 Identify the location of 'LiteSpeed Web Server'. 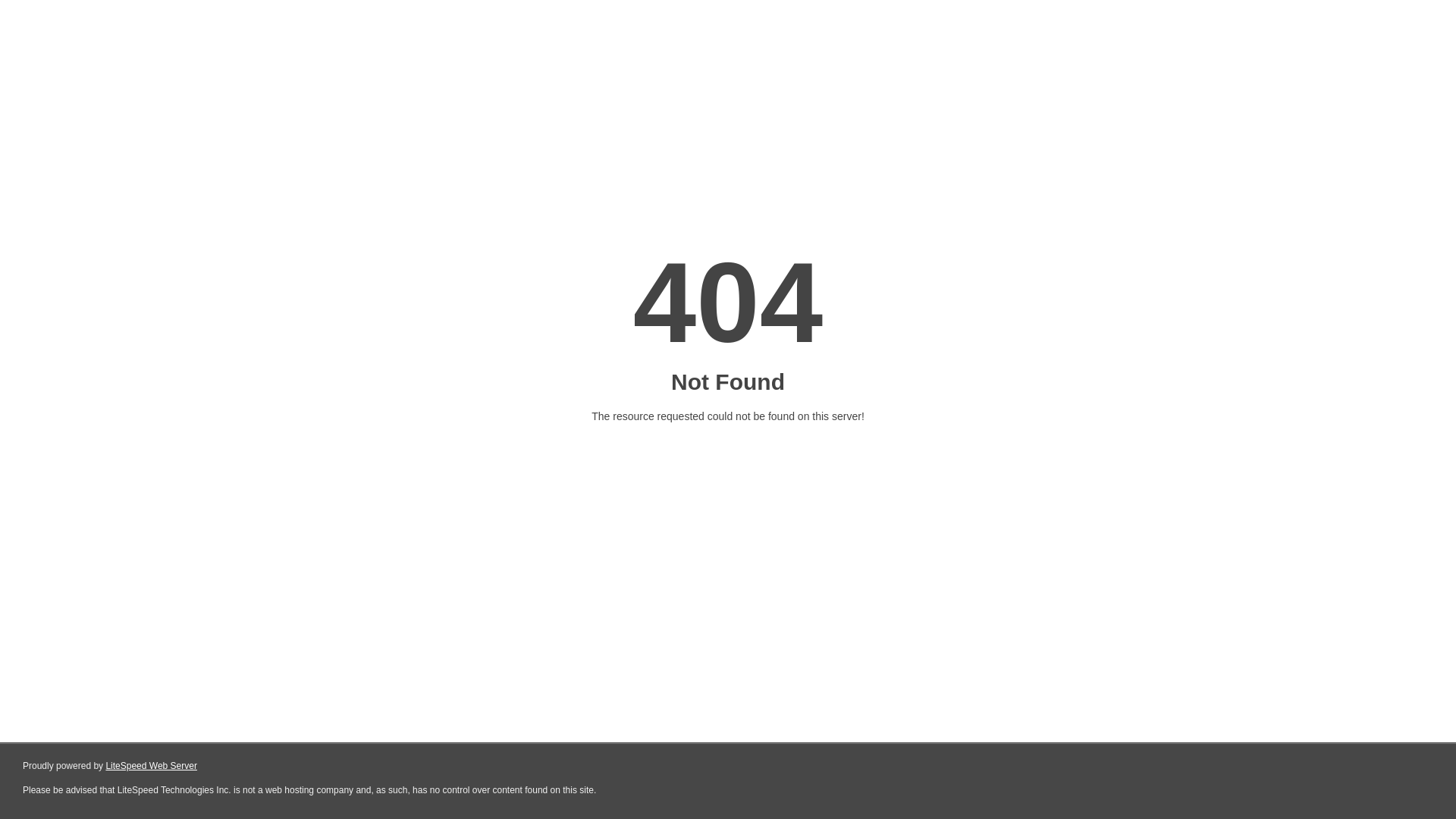
(151, 766).